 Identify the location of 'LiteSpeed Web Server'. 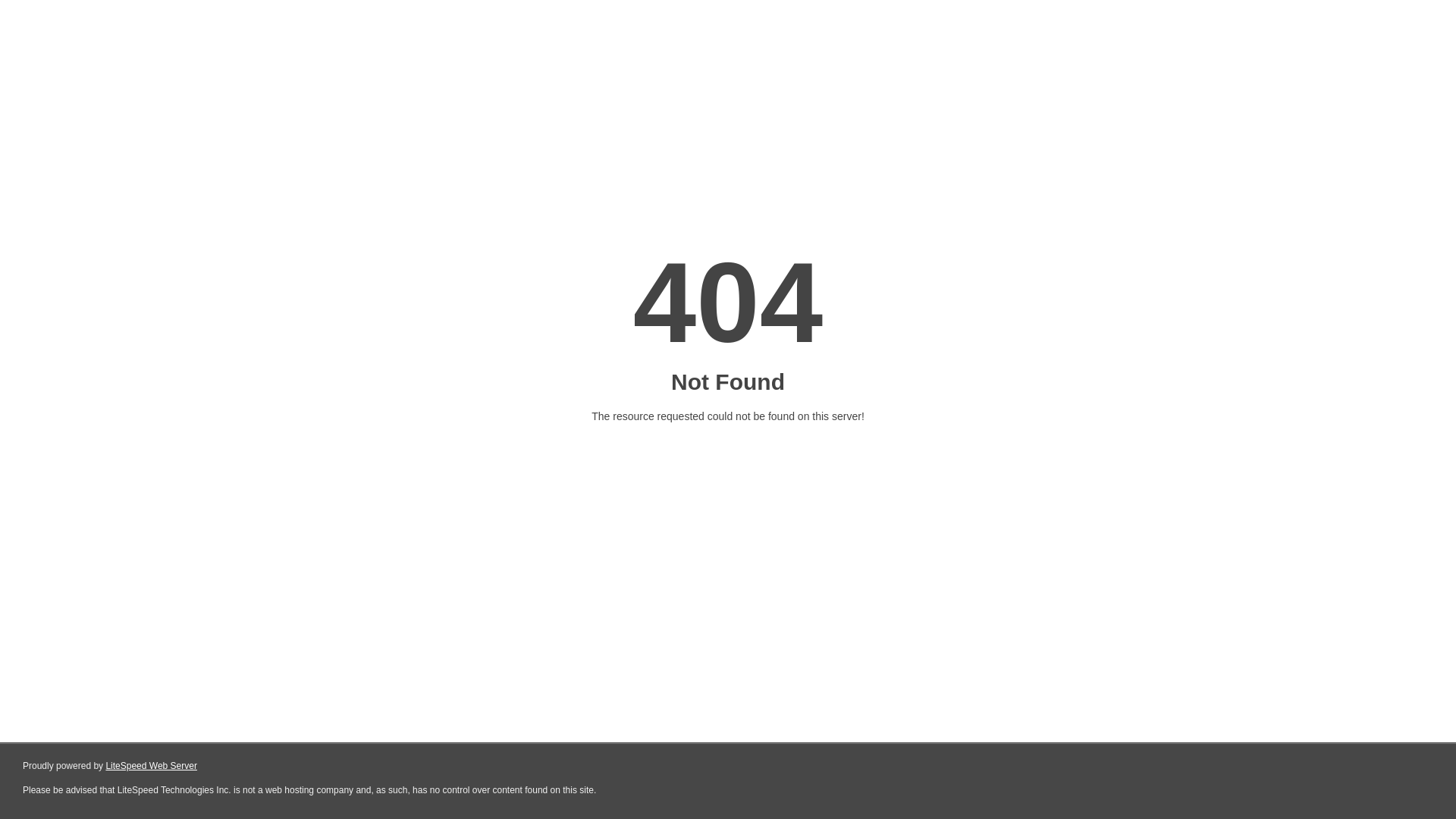
(151, 766).